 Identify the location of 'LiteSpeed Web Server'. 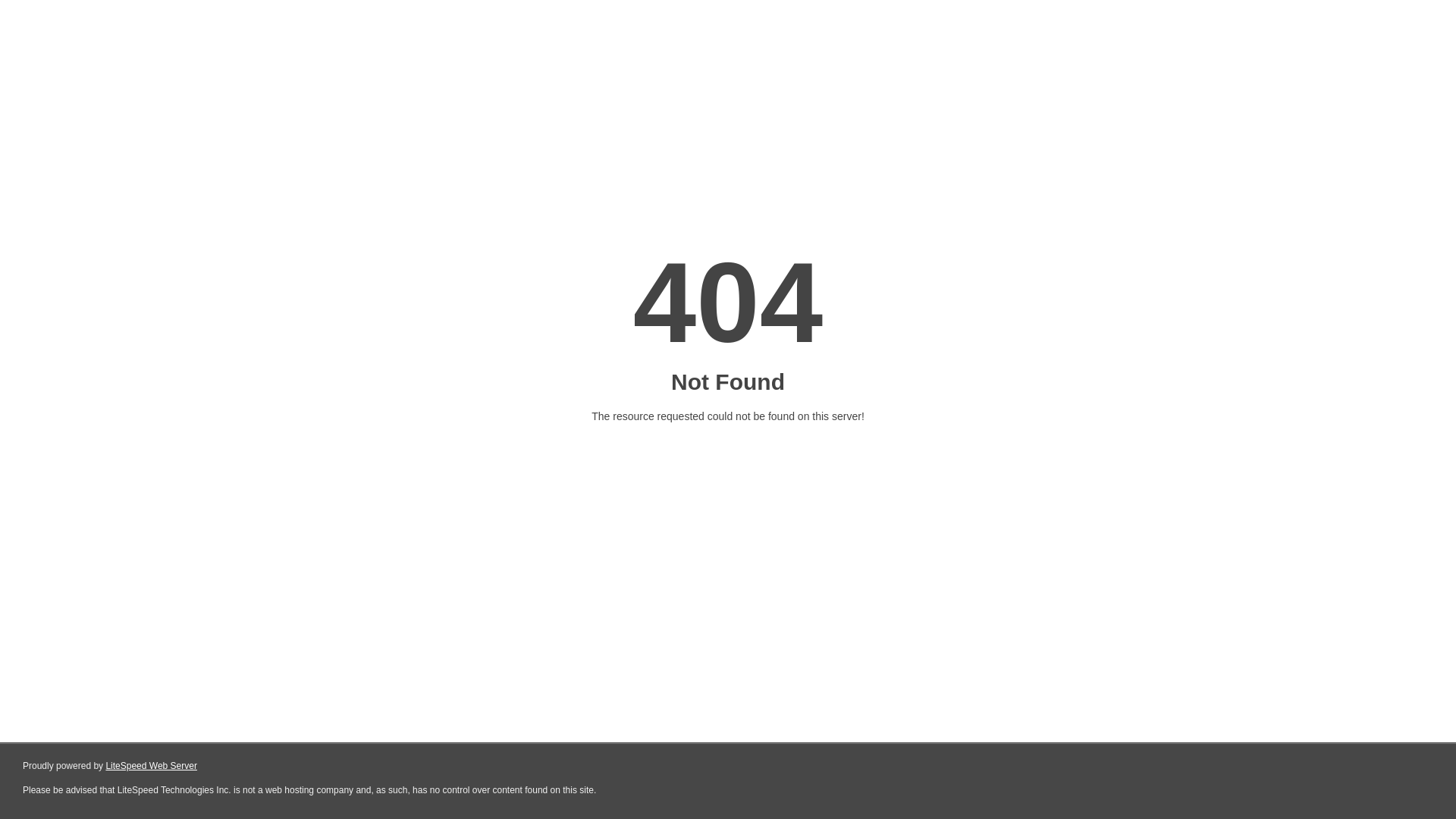
(151, 766).